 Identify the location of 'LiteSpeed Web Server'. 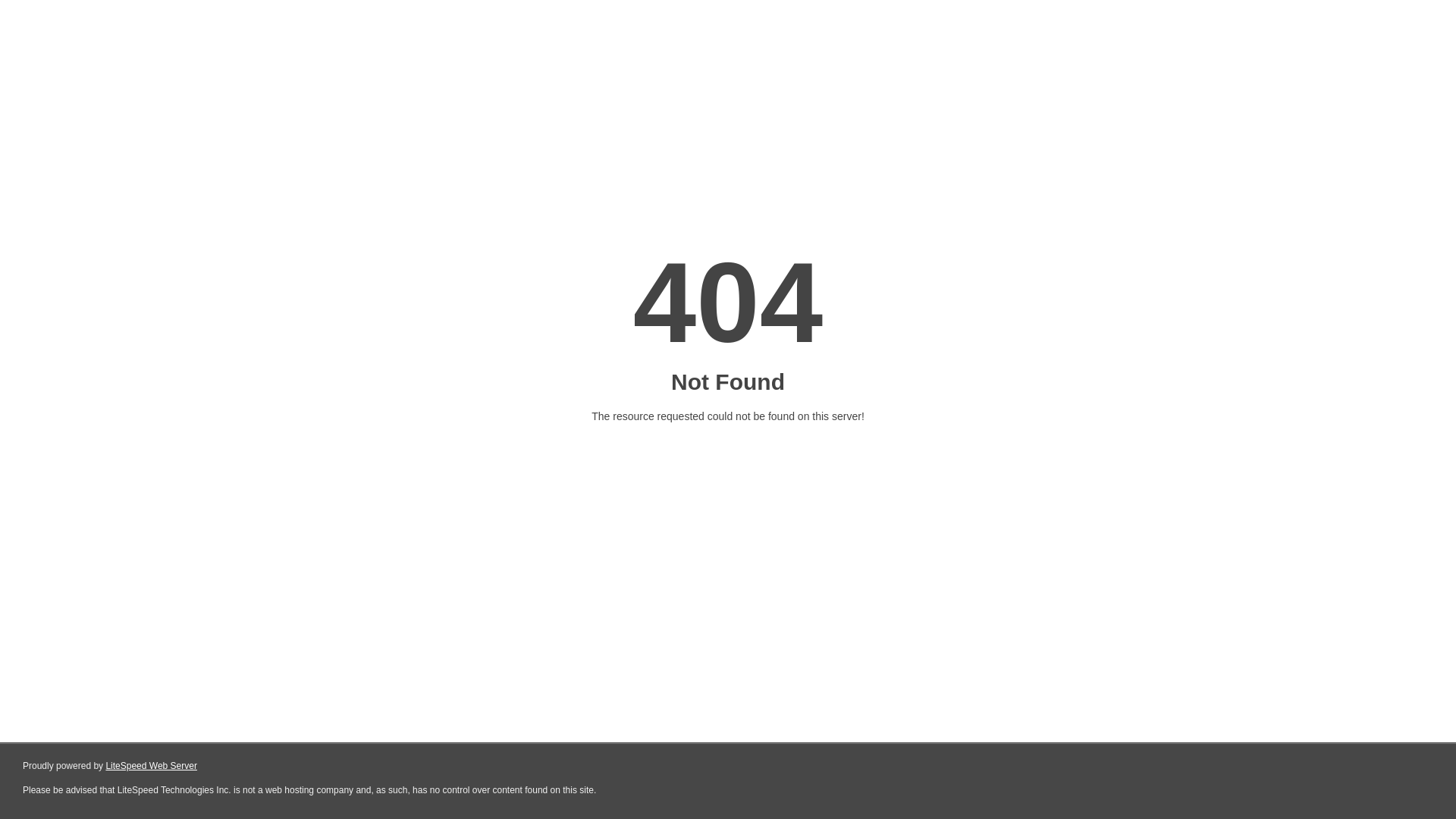
(151, 766).